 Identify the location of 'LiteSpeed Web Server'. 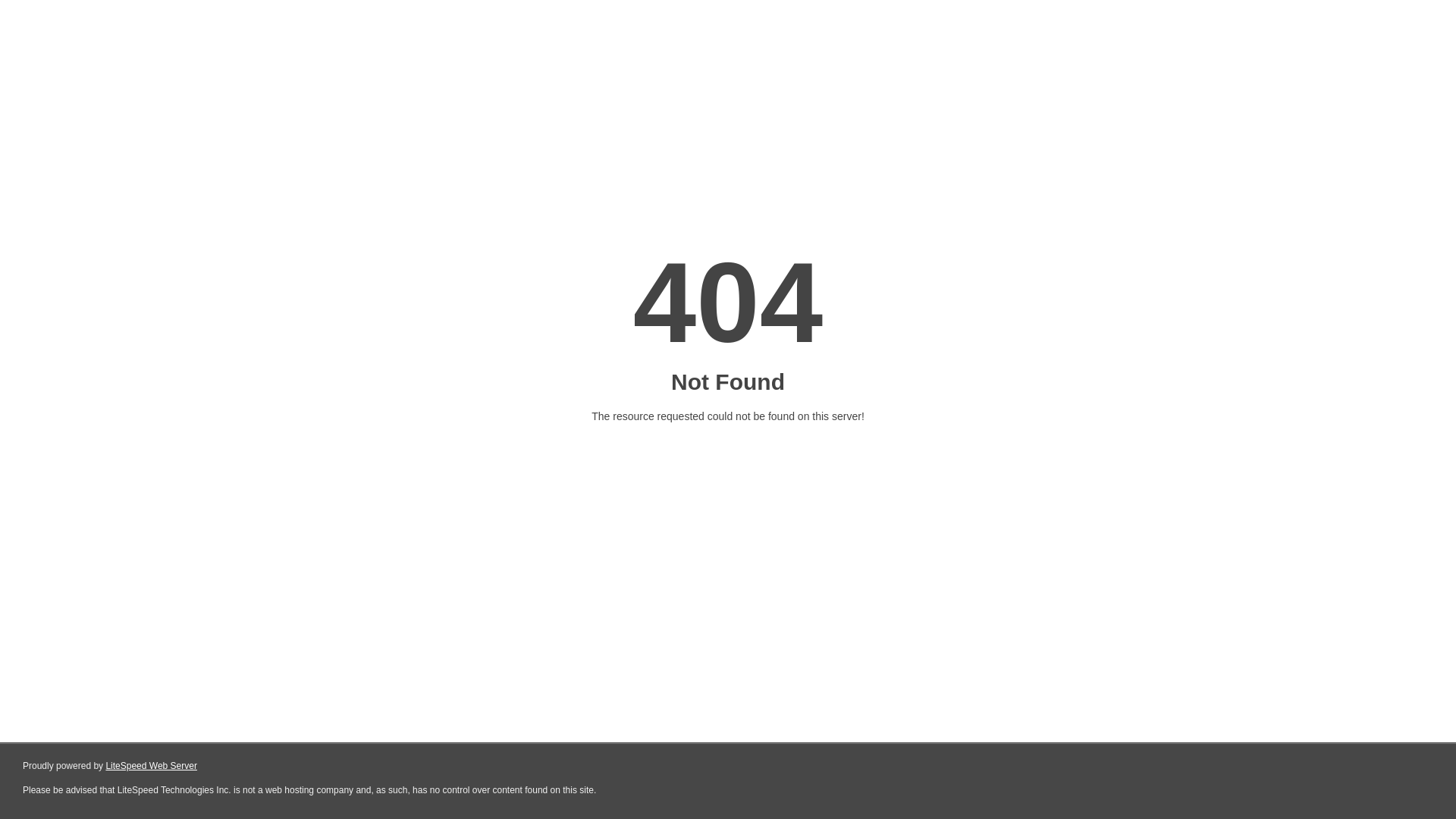
(151, 766).